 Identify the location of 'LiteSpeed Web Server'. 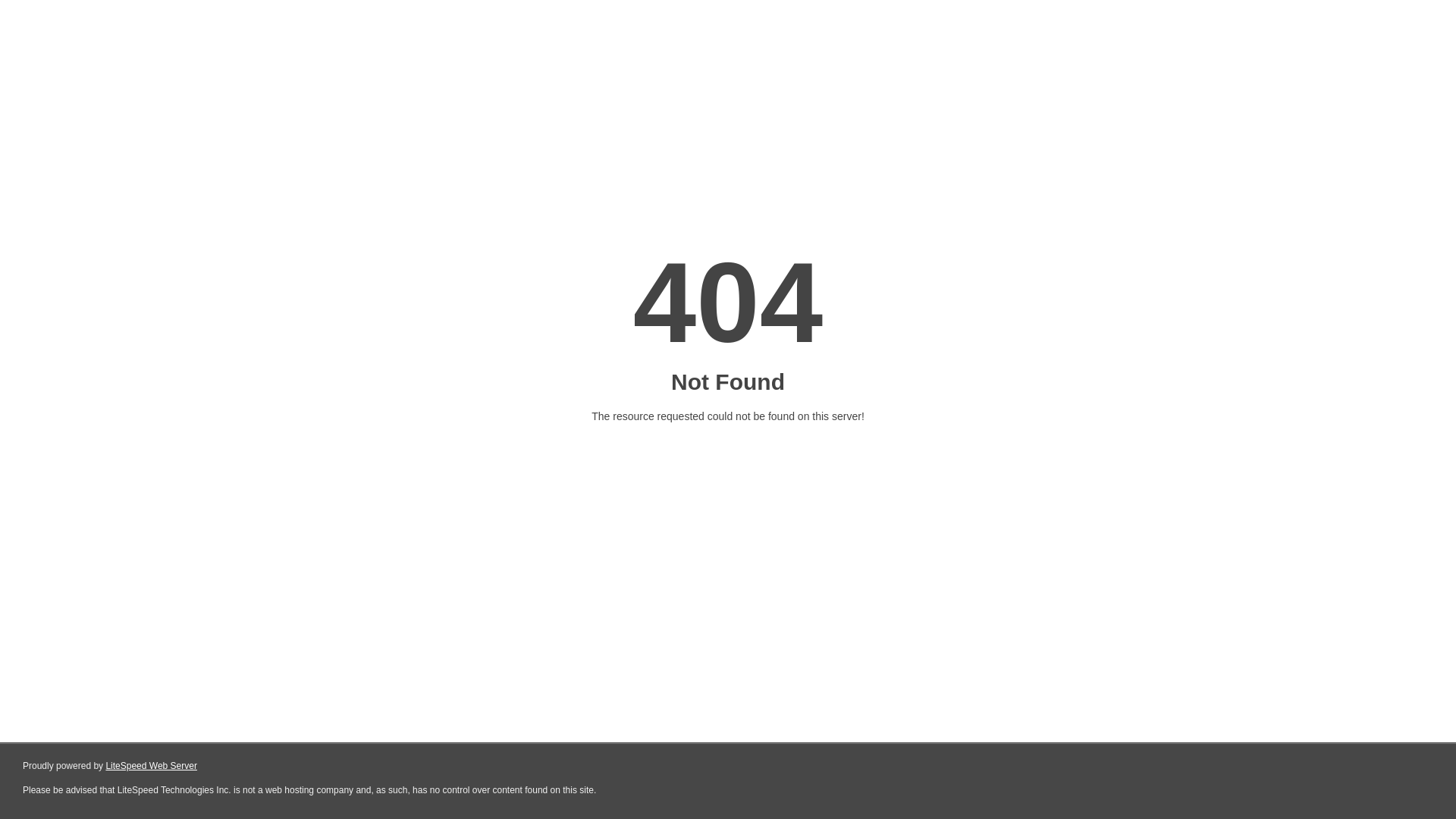
(151, 766).